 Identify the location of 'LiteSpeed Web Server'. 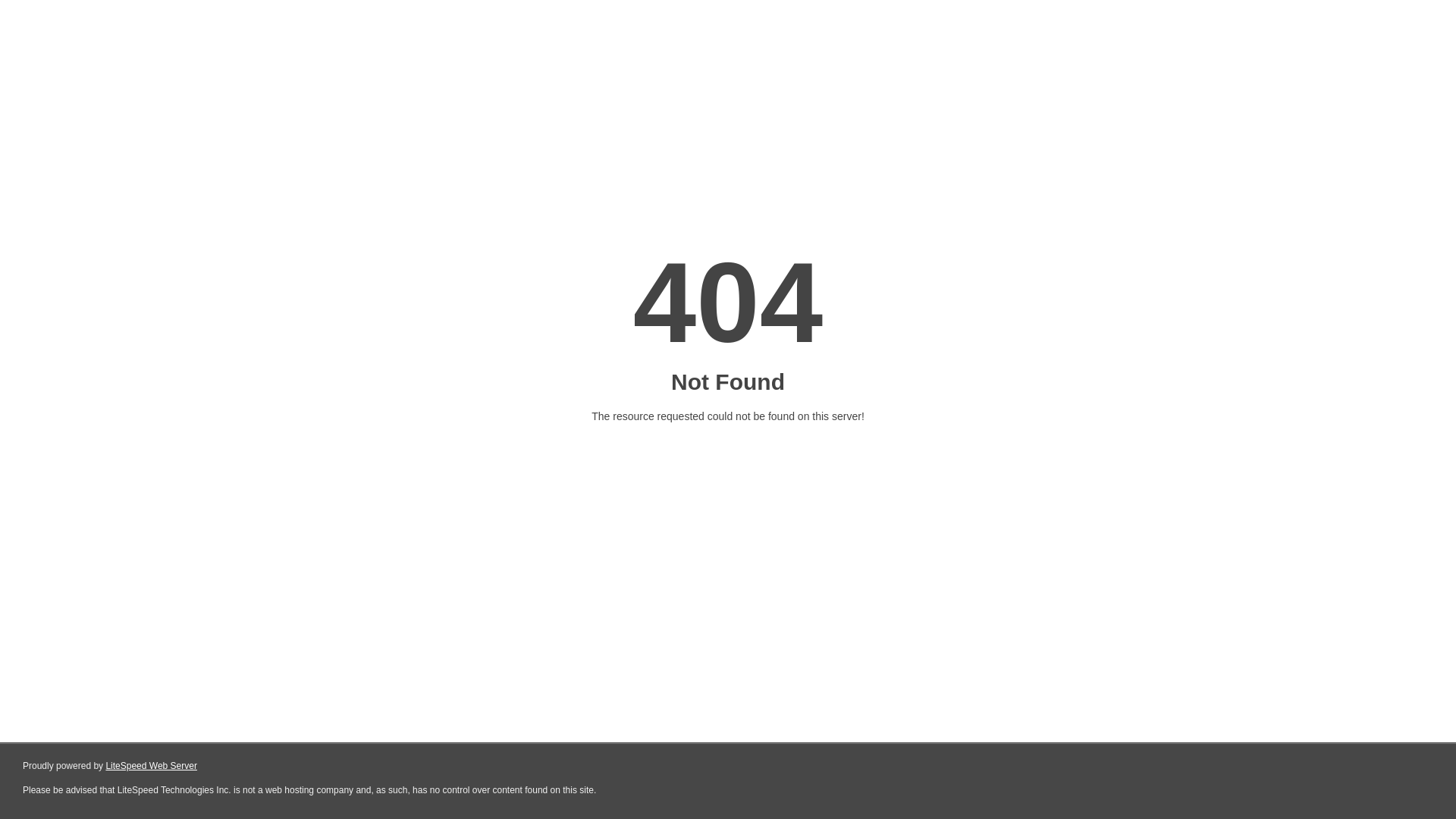
(151, 766).